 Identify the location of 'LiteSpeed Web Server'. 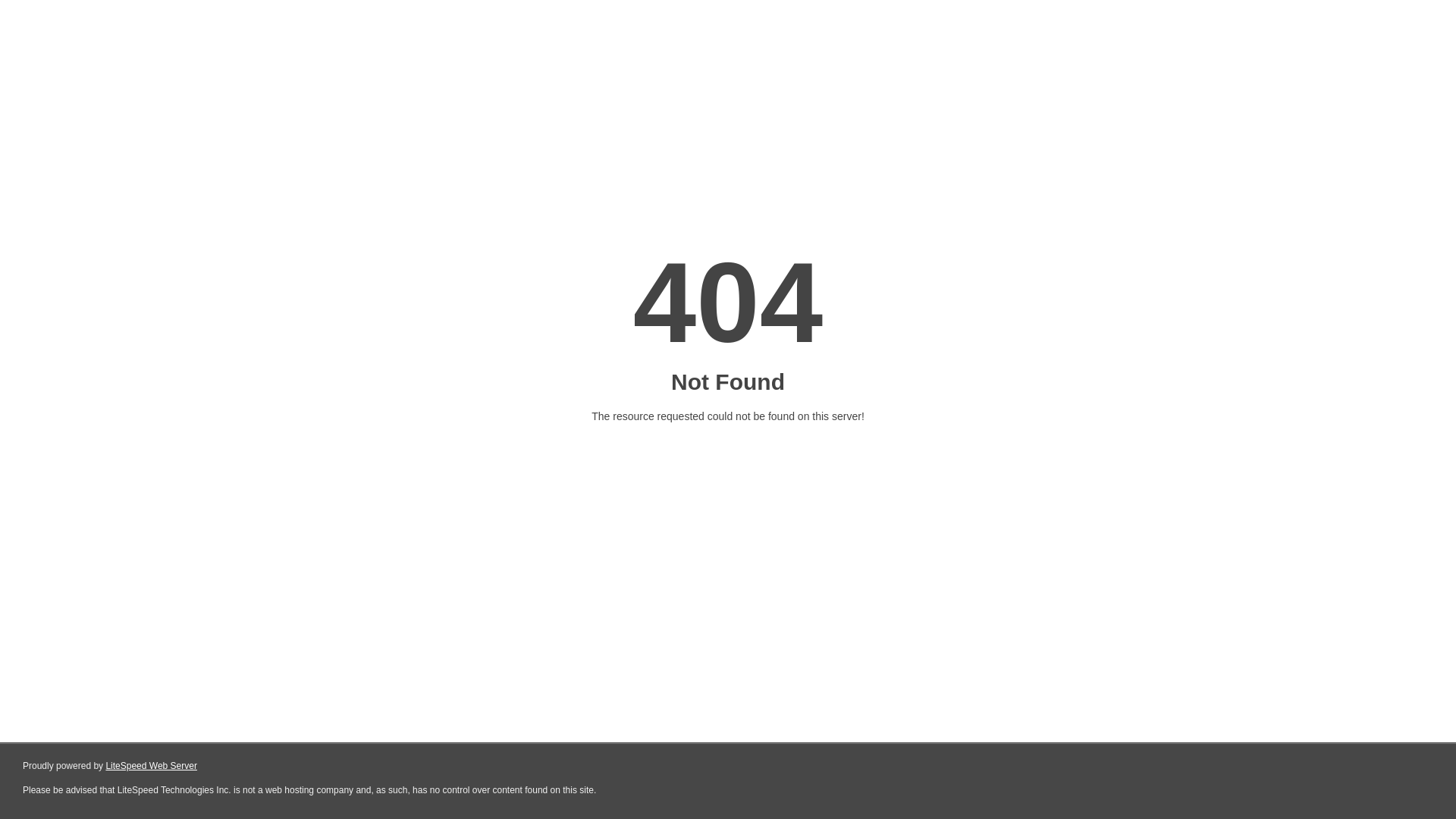
(151, 766).